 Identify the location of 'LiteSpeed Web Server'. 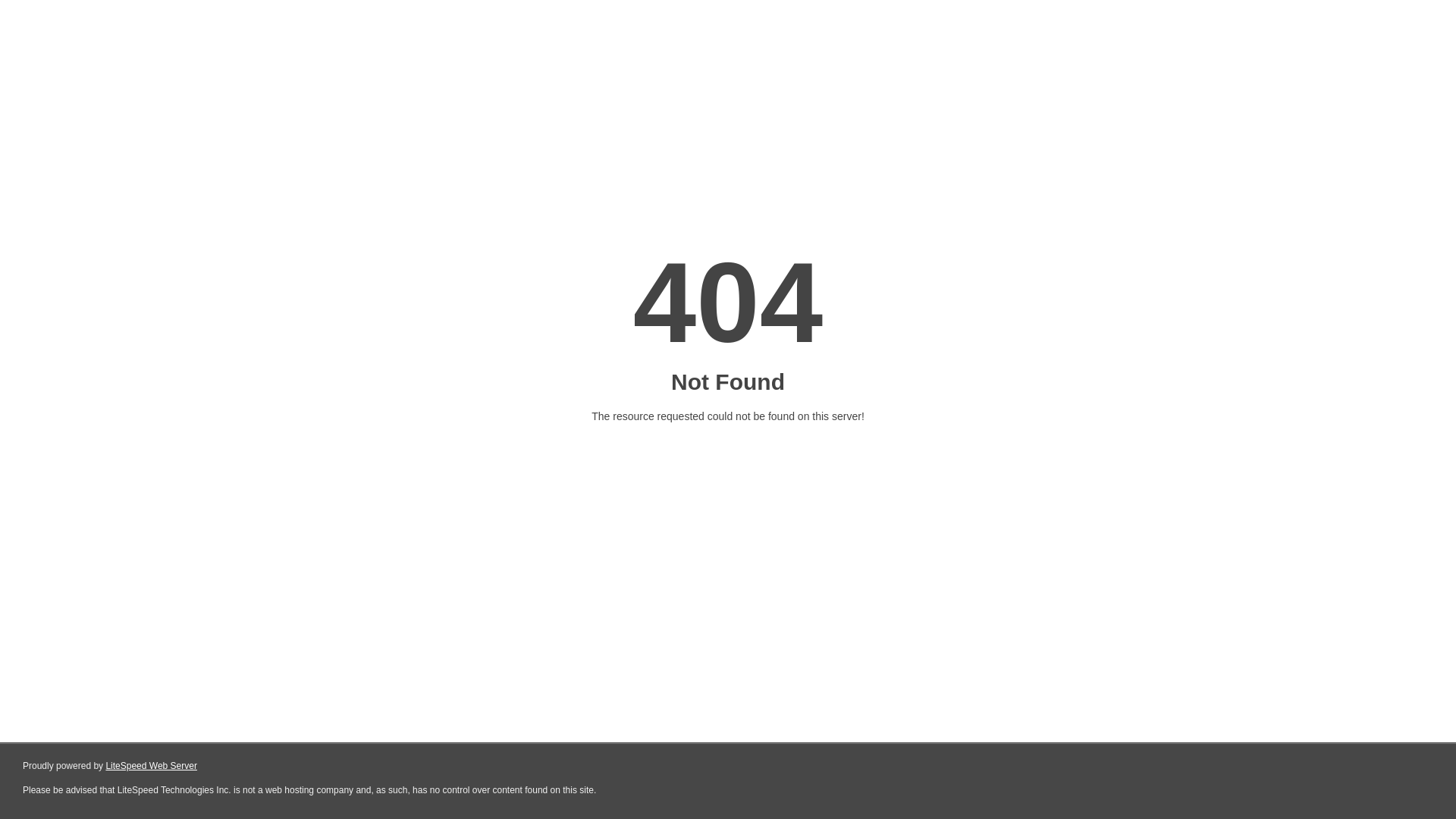
(151, 766).